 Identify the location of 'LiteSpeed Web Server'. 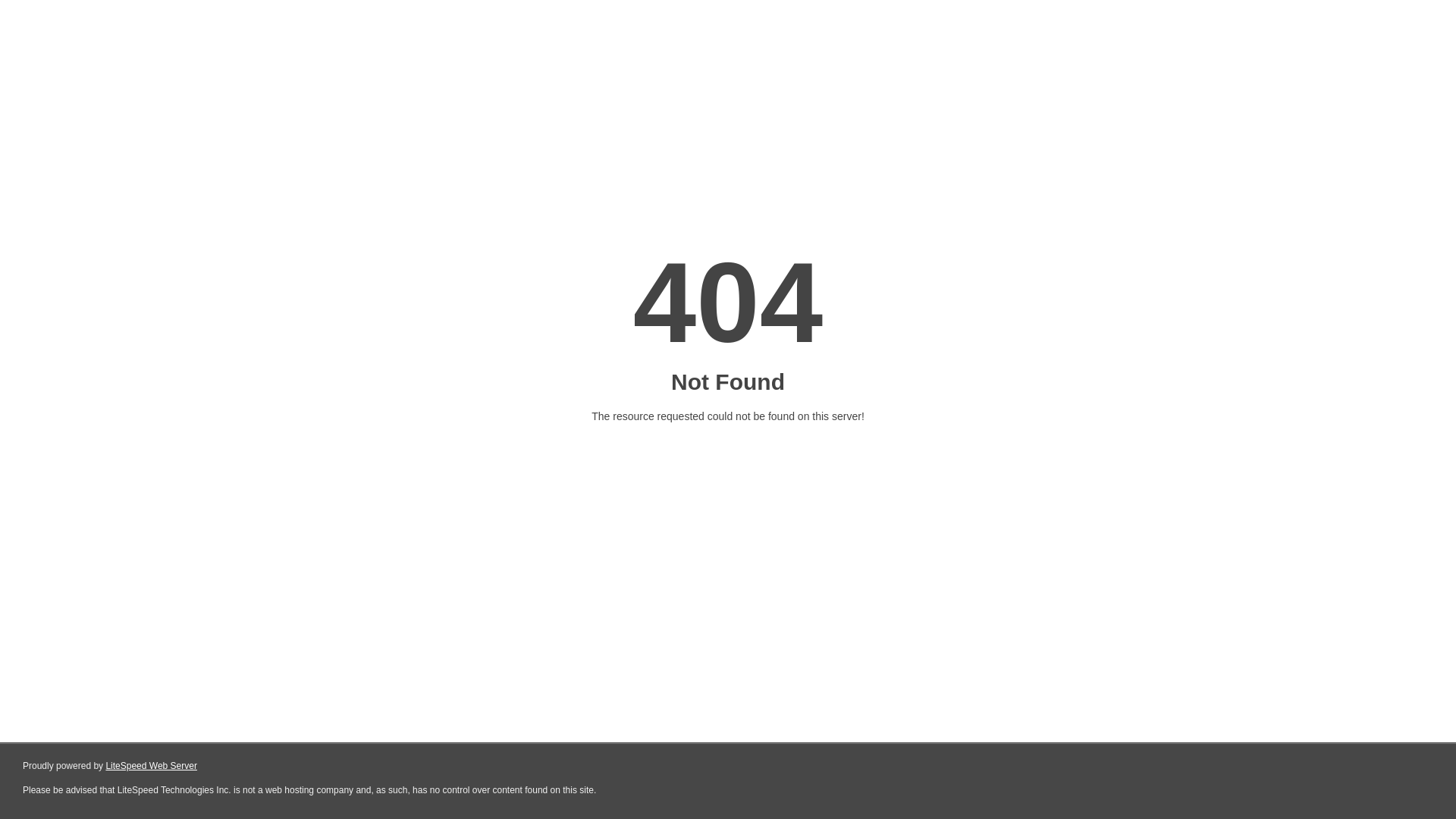
(151, 766).